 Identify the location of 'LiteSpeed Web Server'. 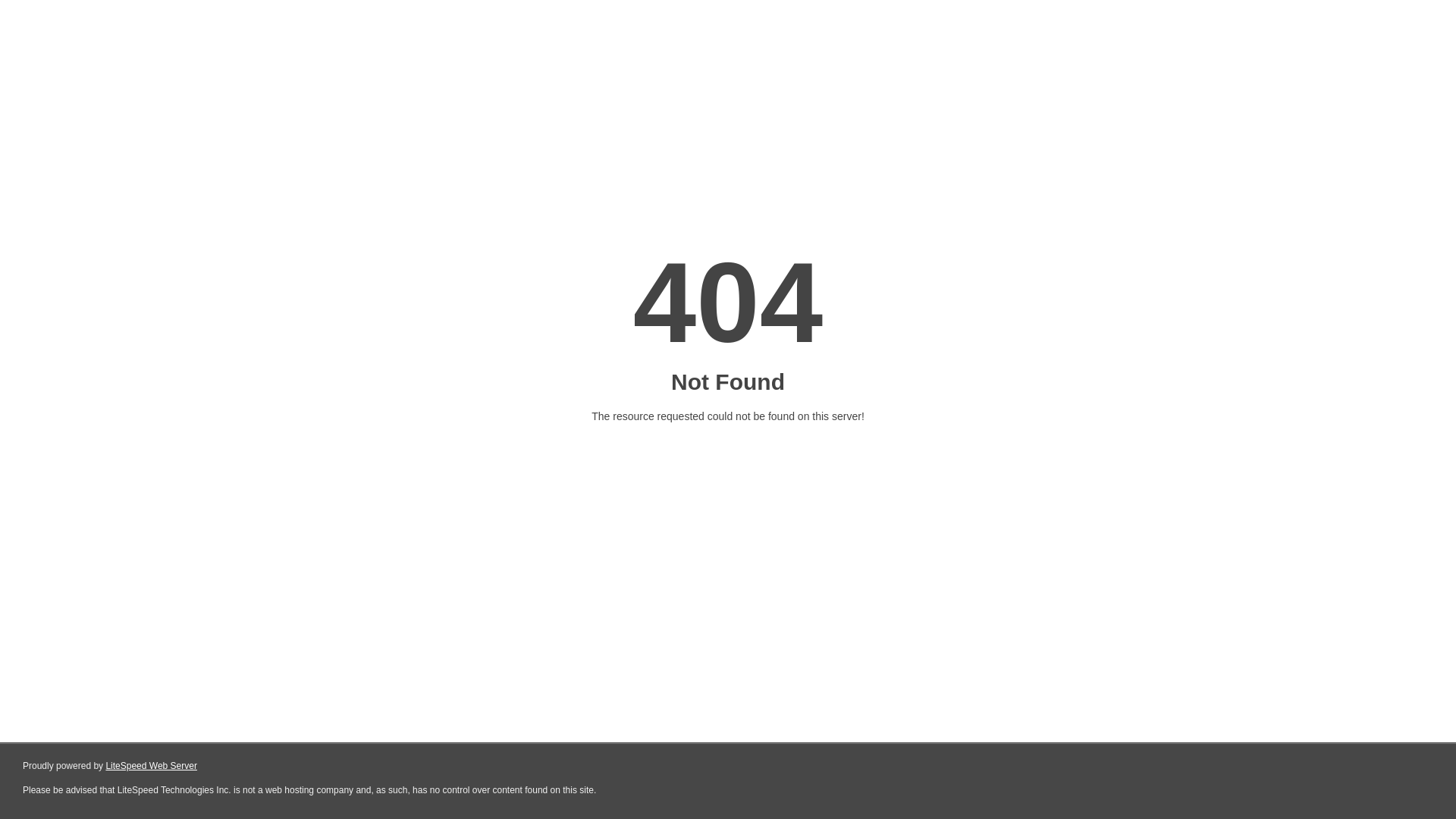
(151, 766).